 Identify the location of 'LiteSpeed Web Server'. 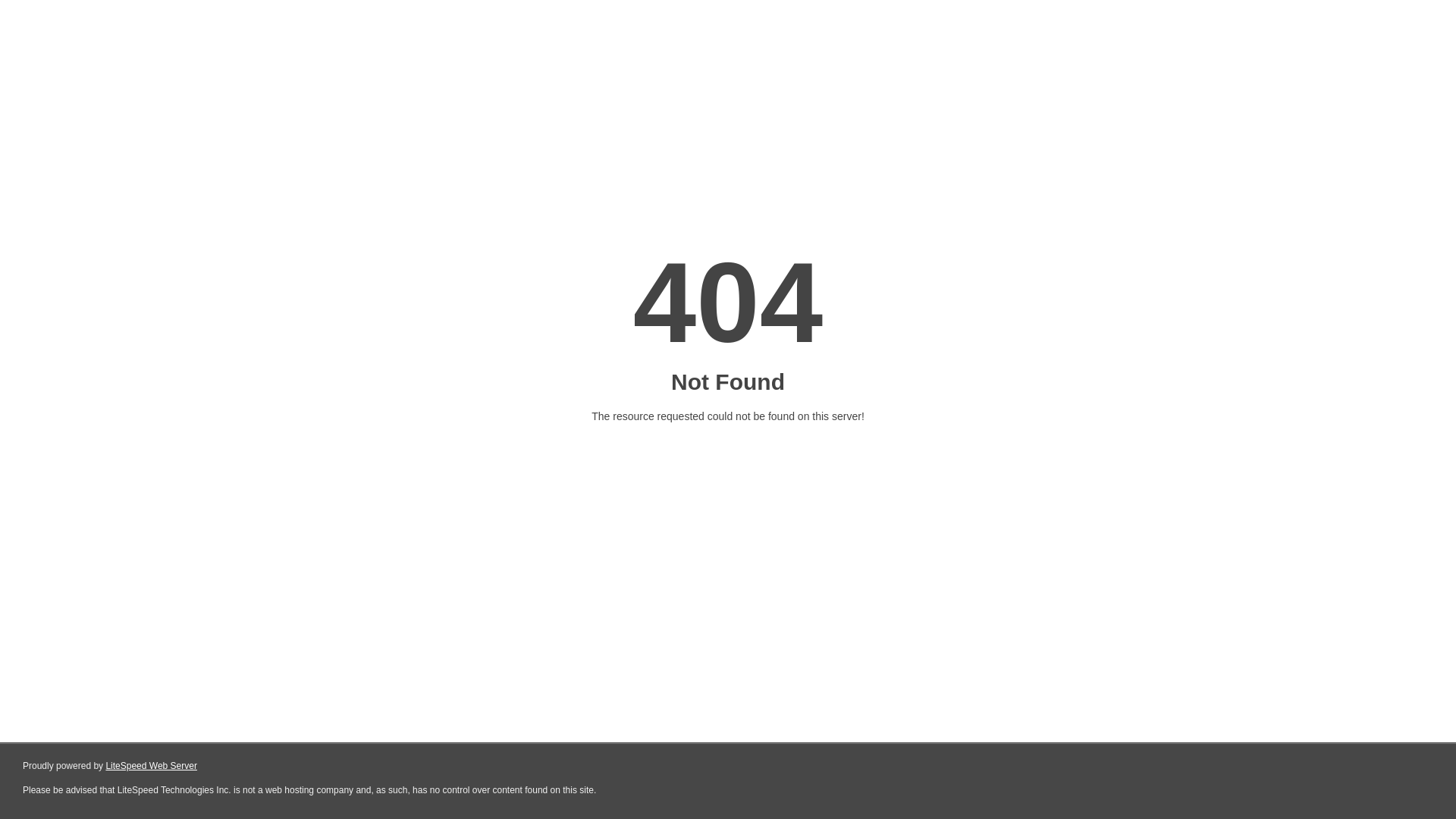
(151, 766).